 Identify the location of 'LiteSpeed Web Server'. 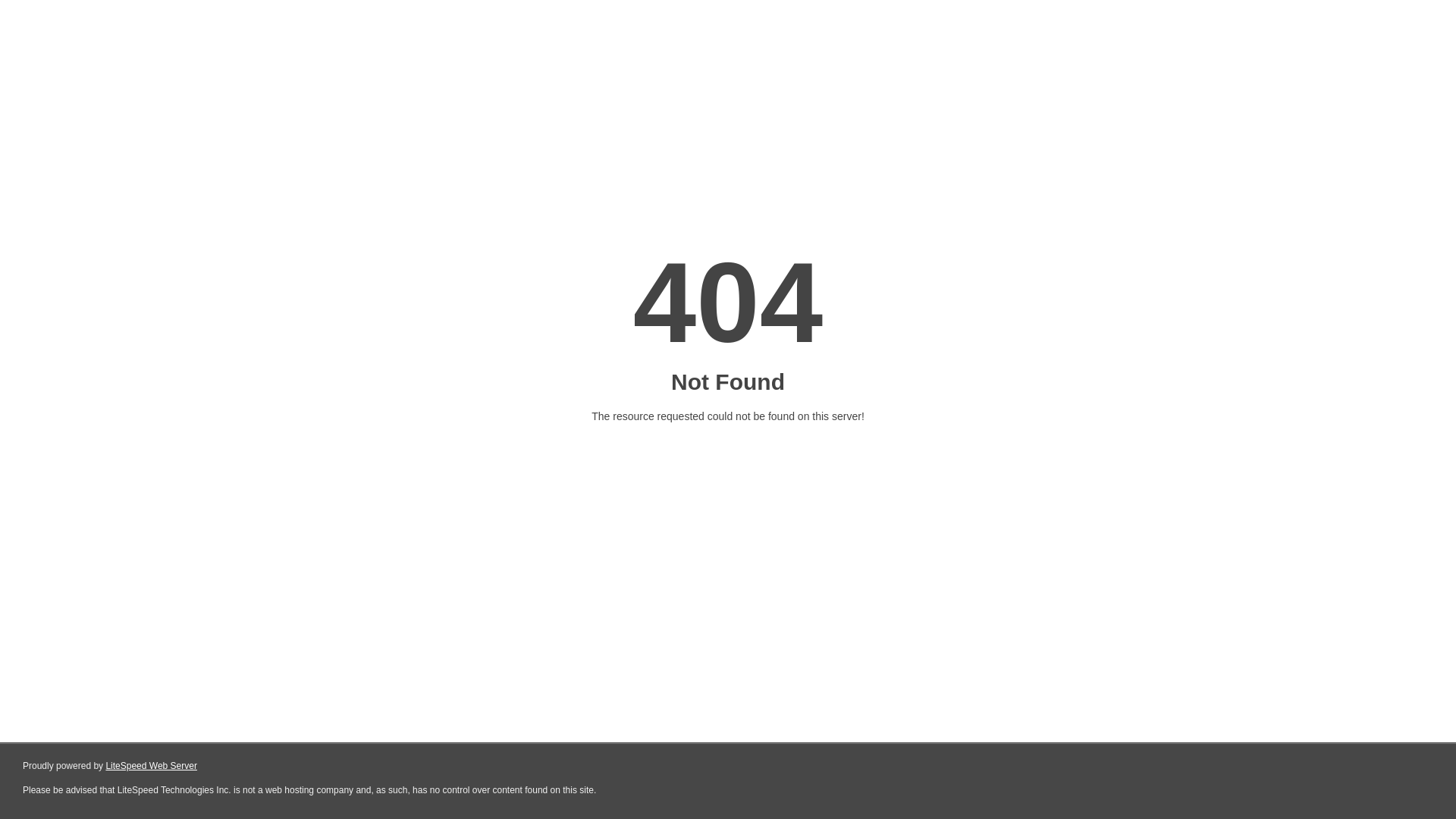
(151, 766).